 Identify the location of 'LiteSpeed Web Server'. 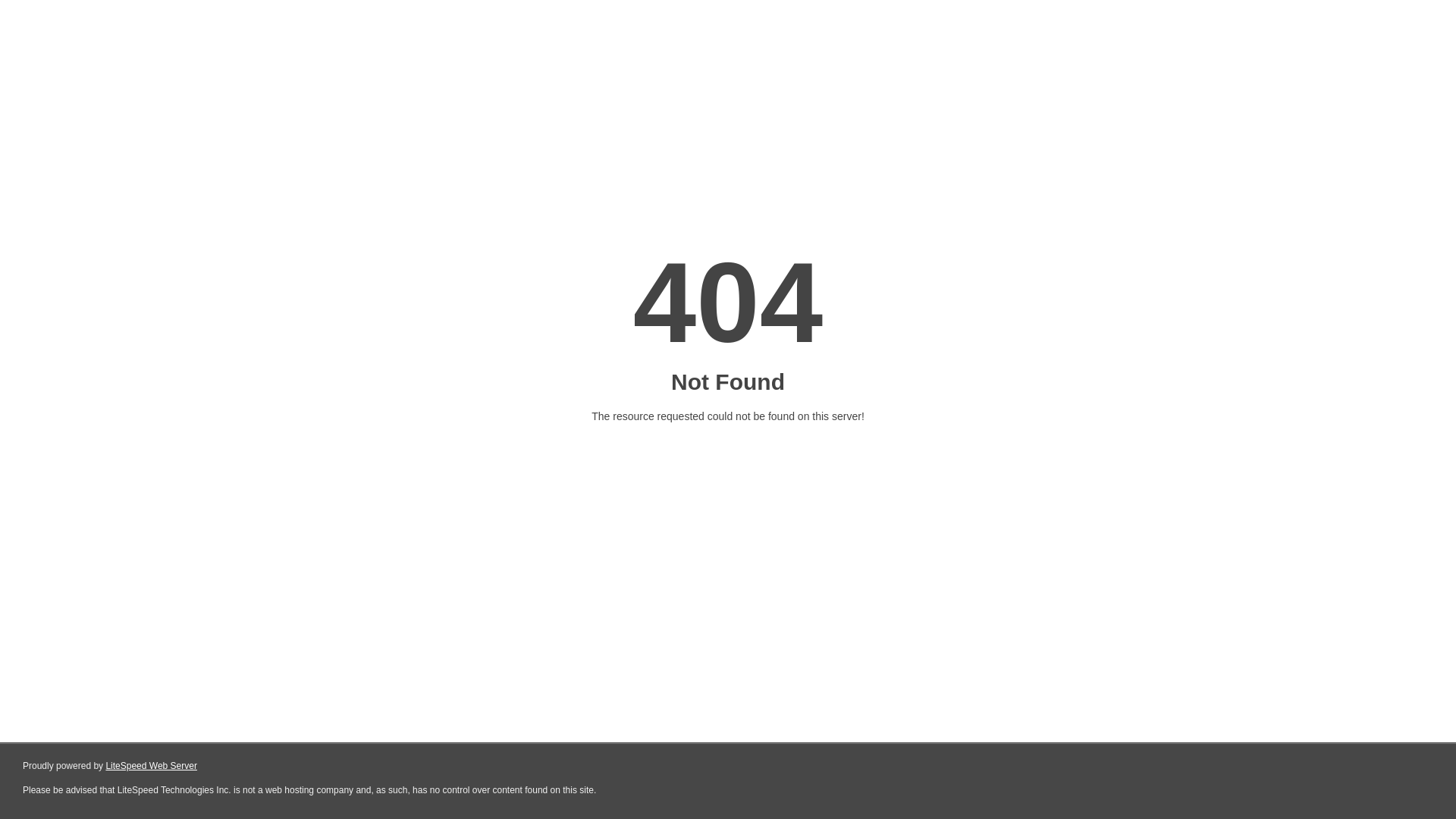
(151, 766).